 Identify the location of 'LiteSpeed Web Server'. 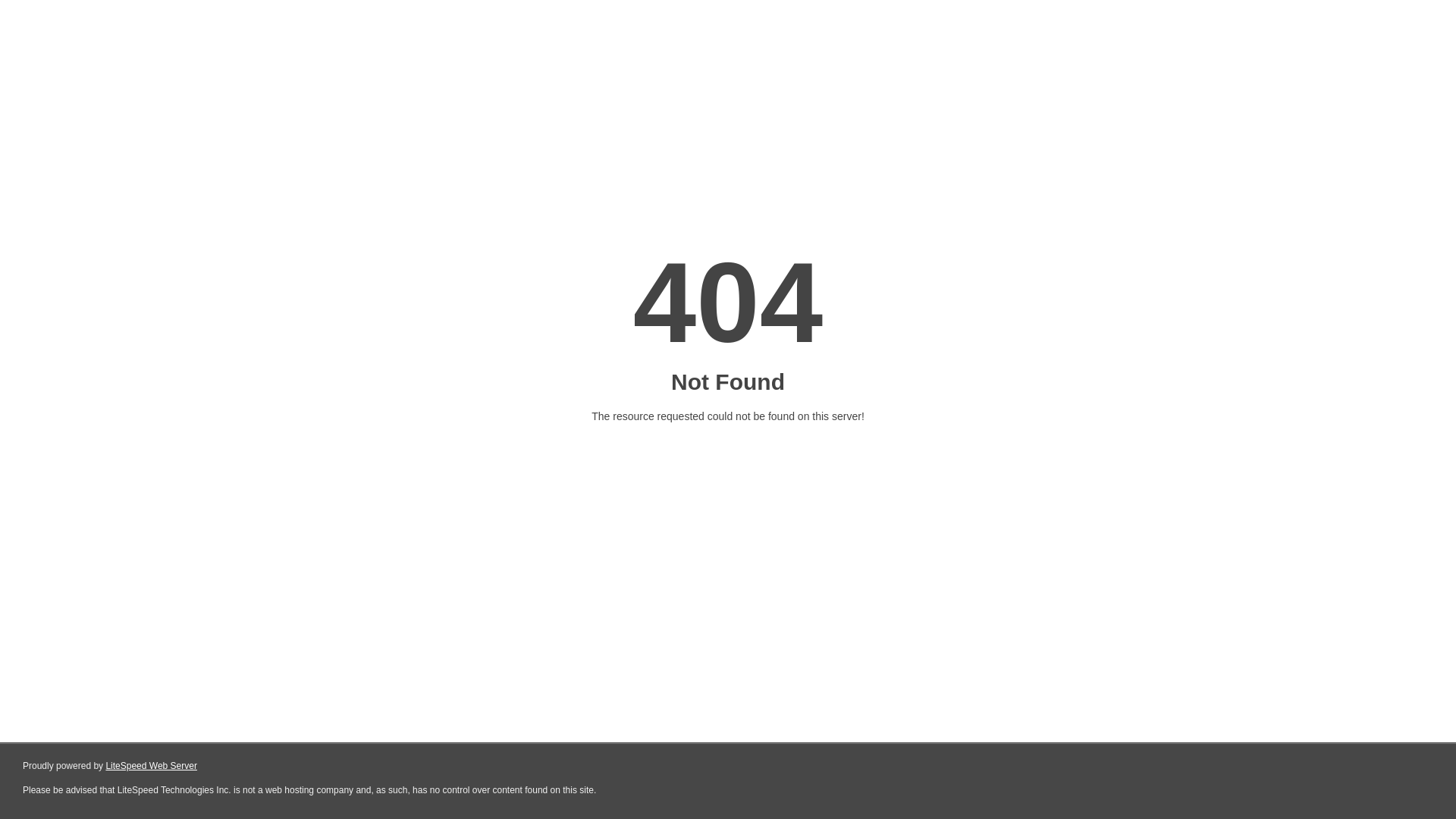
(151, 766).